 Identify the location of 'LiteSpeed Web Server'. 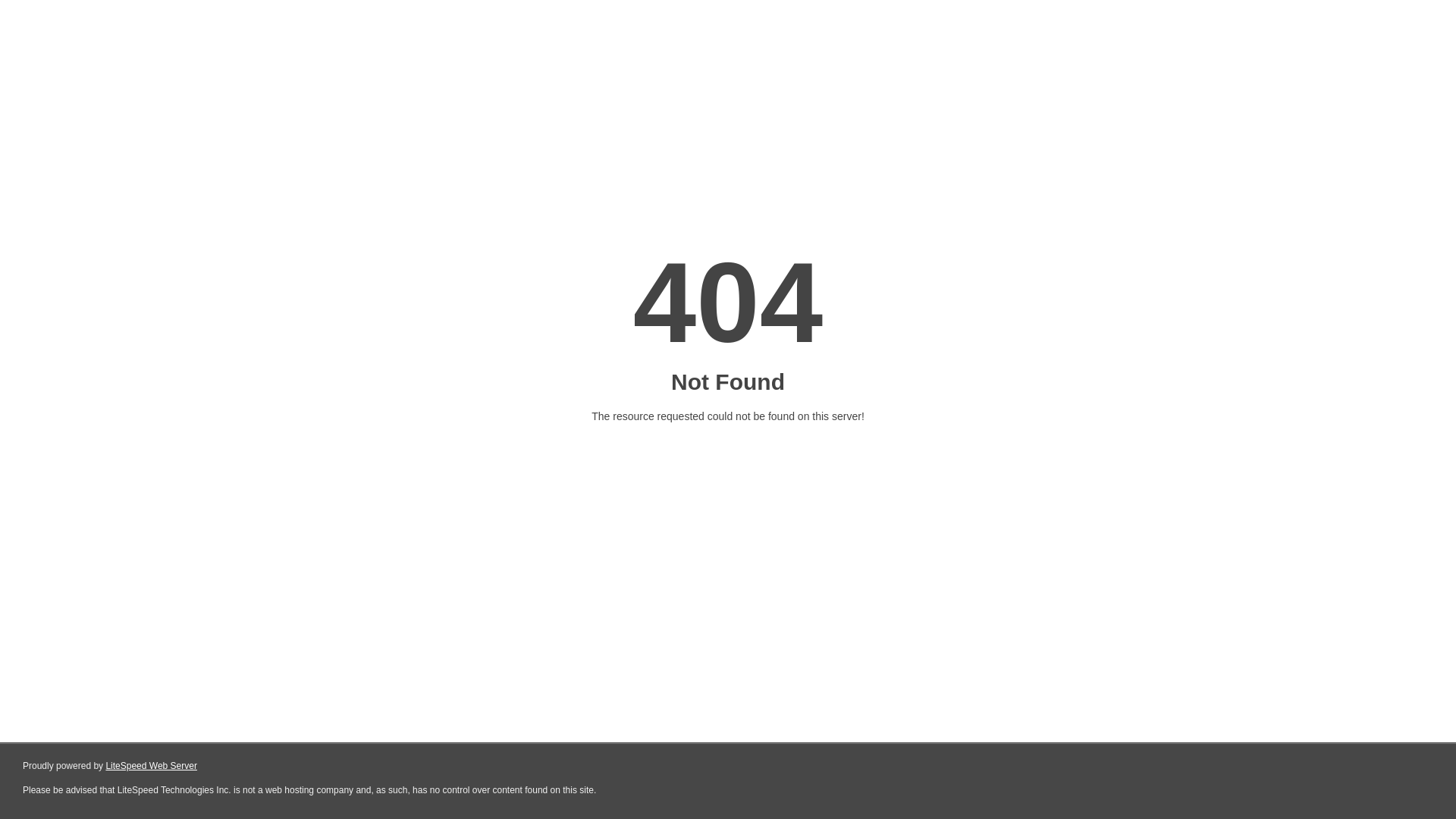
(151, 766).